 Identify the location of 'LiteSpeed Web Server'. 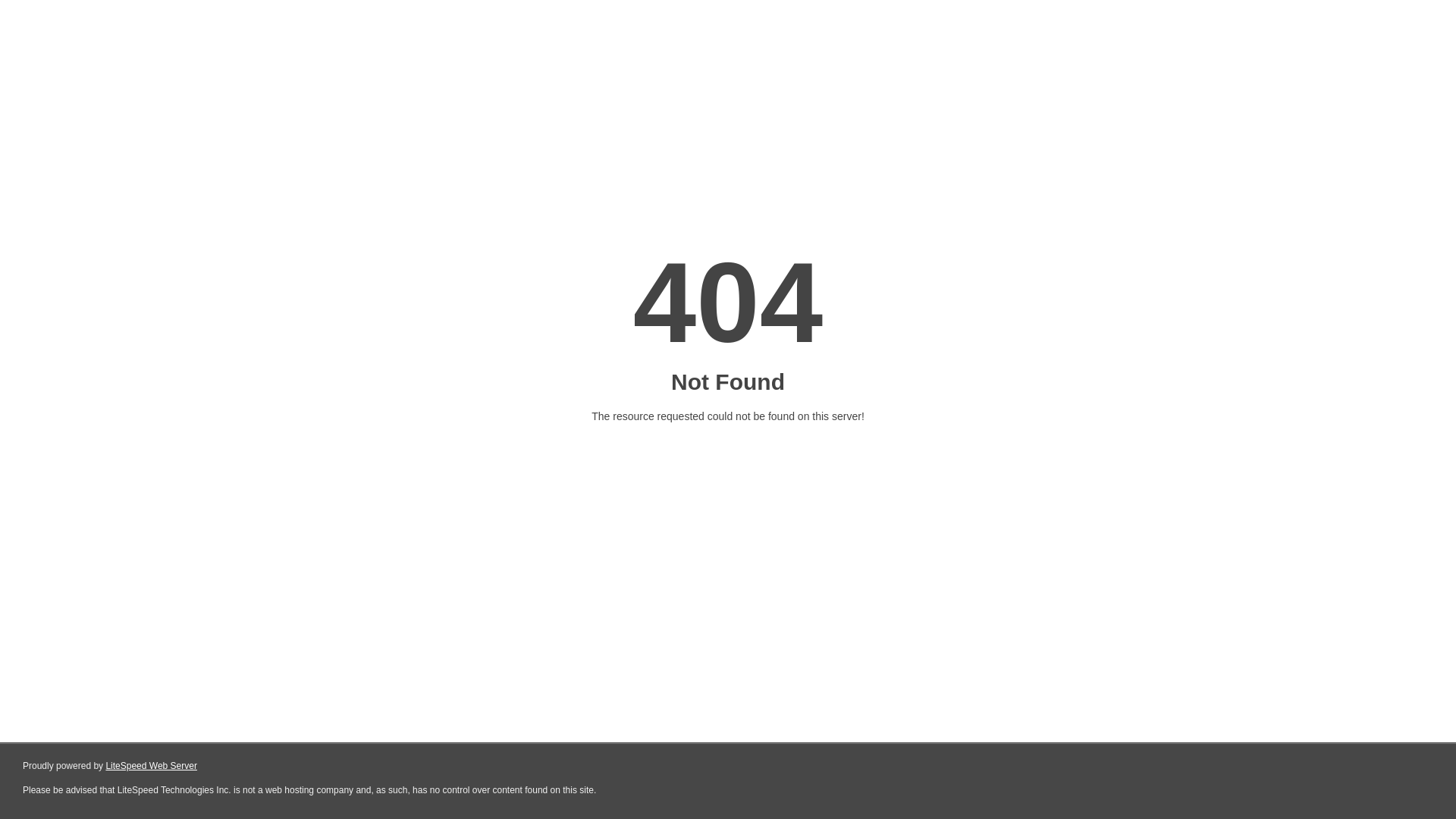
(151, 766).